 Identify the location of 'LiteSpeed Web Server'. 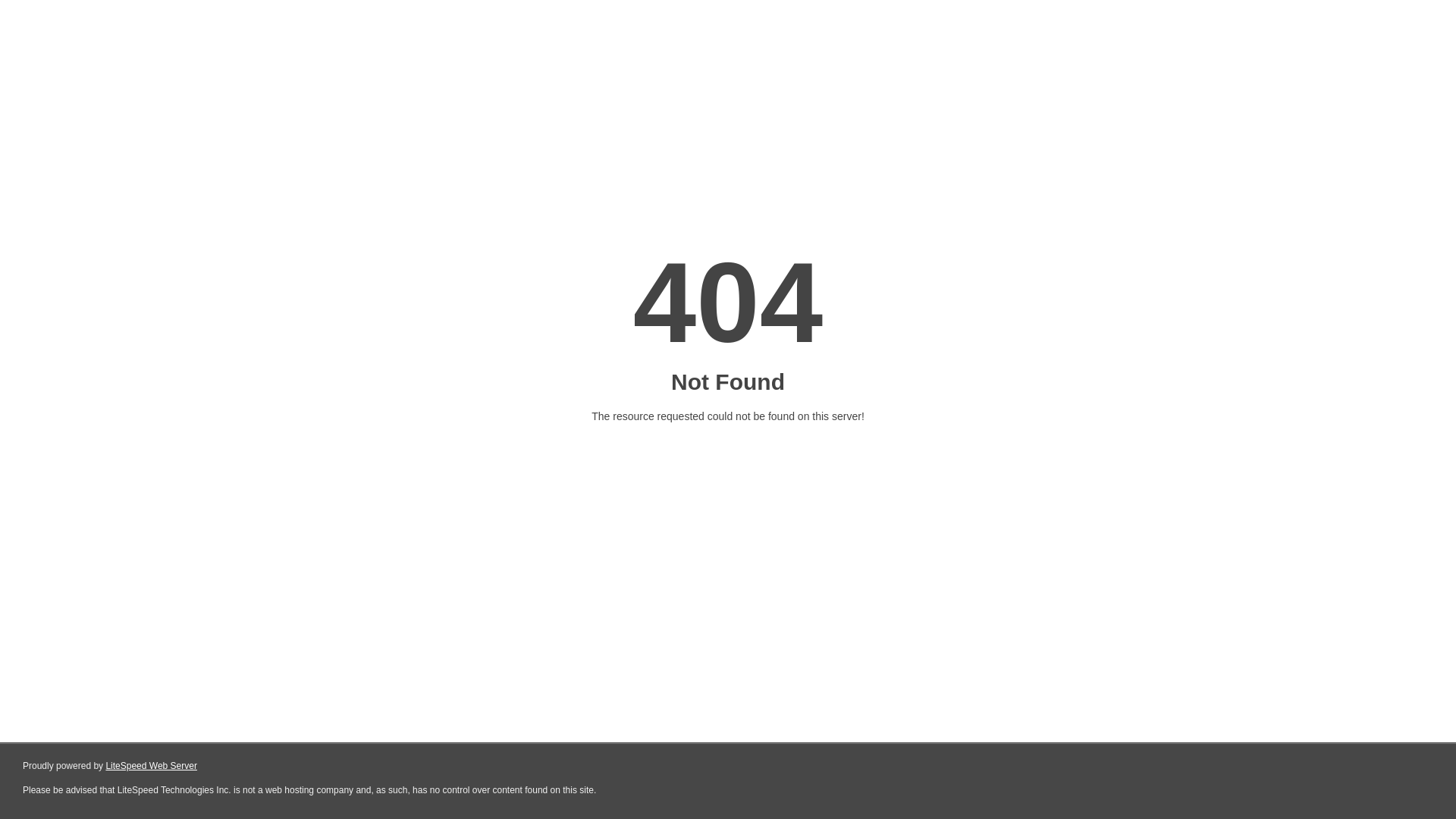
(151, 766).